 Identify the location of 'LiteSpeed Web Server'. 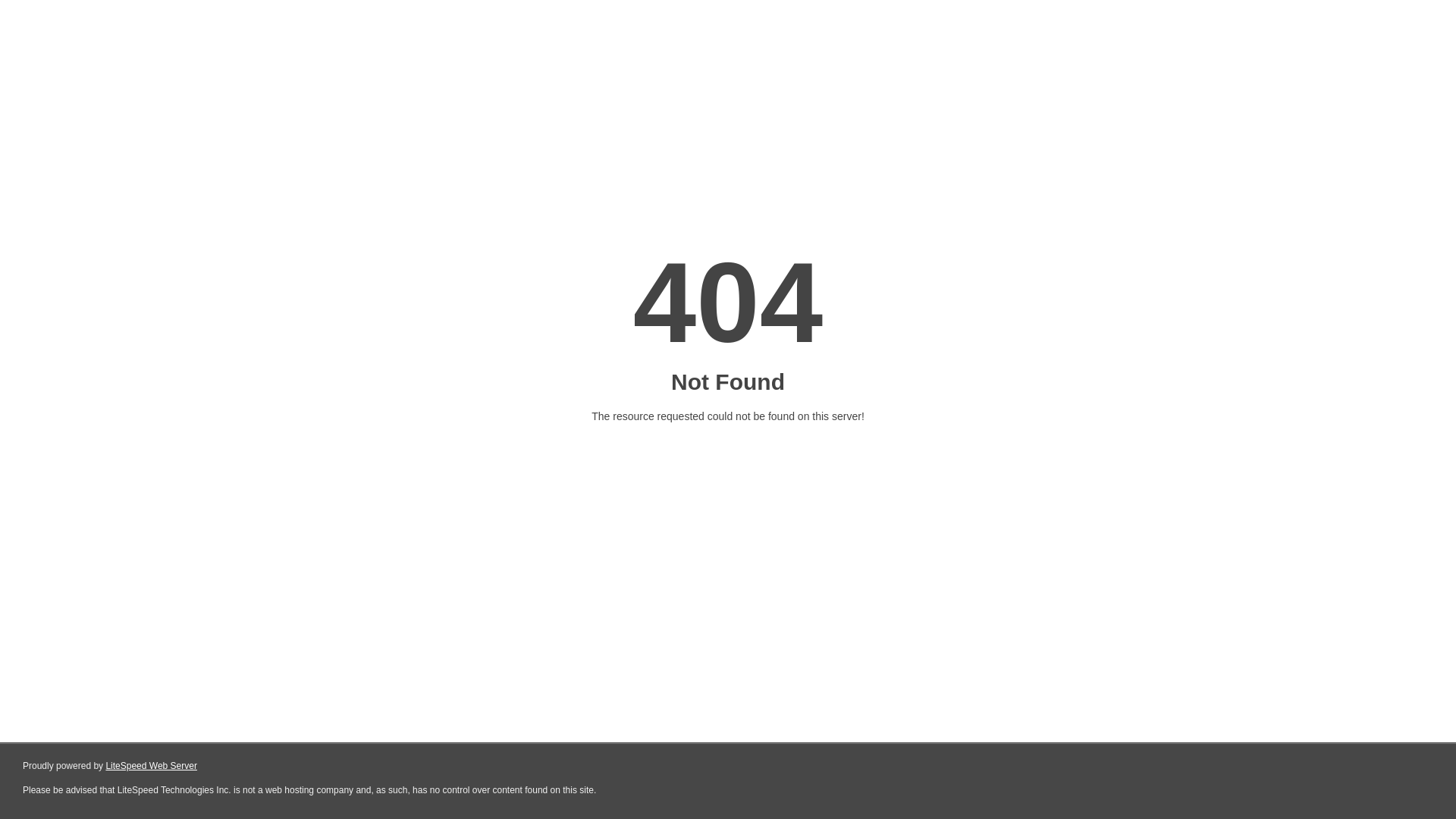
(151, 766).